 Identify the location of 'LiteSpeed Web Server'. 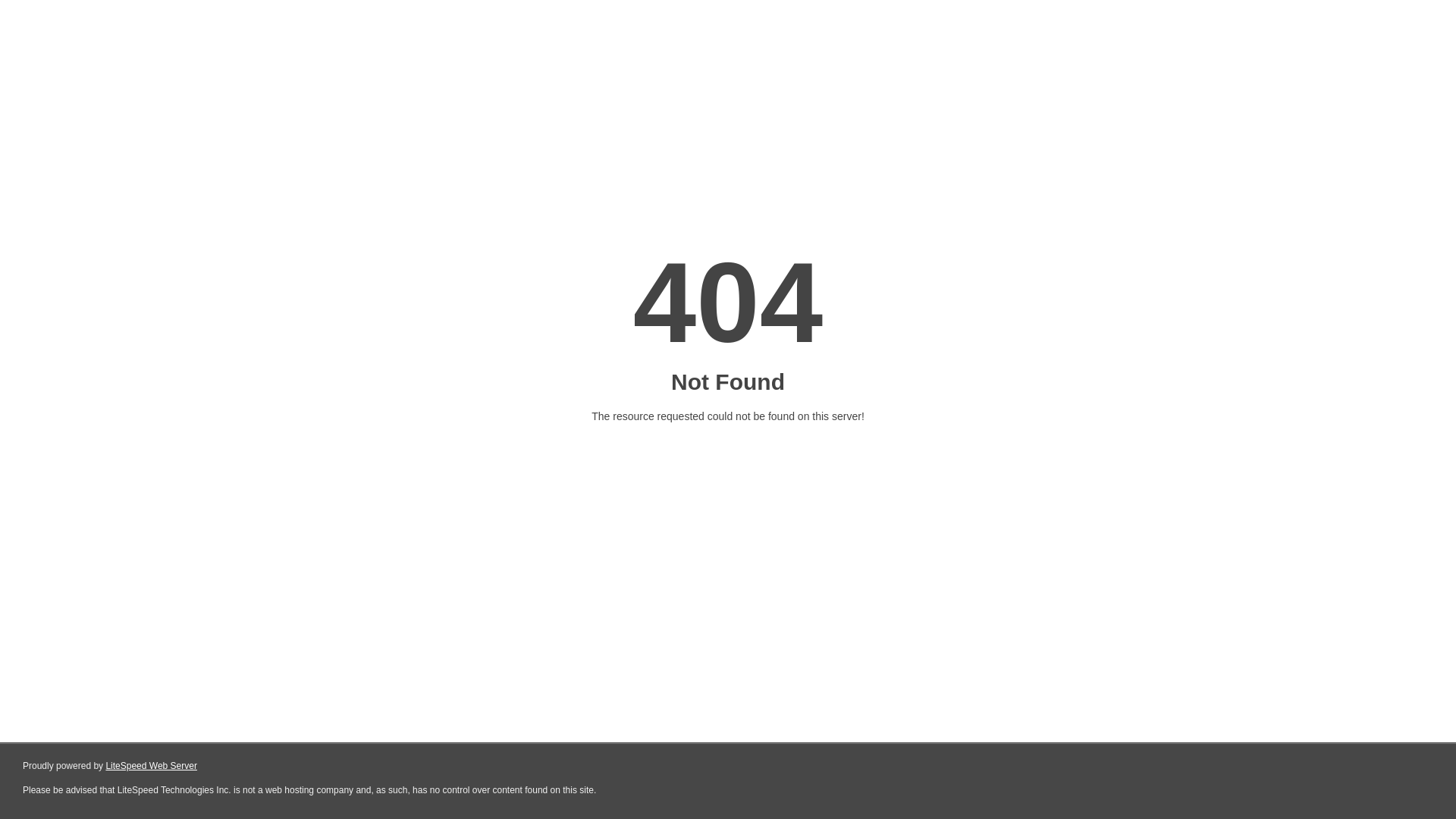
(151, 766).